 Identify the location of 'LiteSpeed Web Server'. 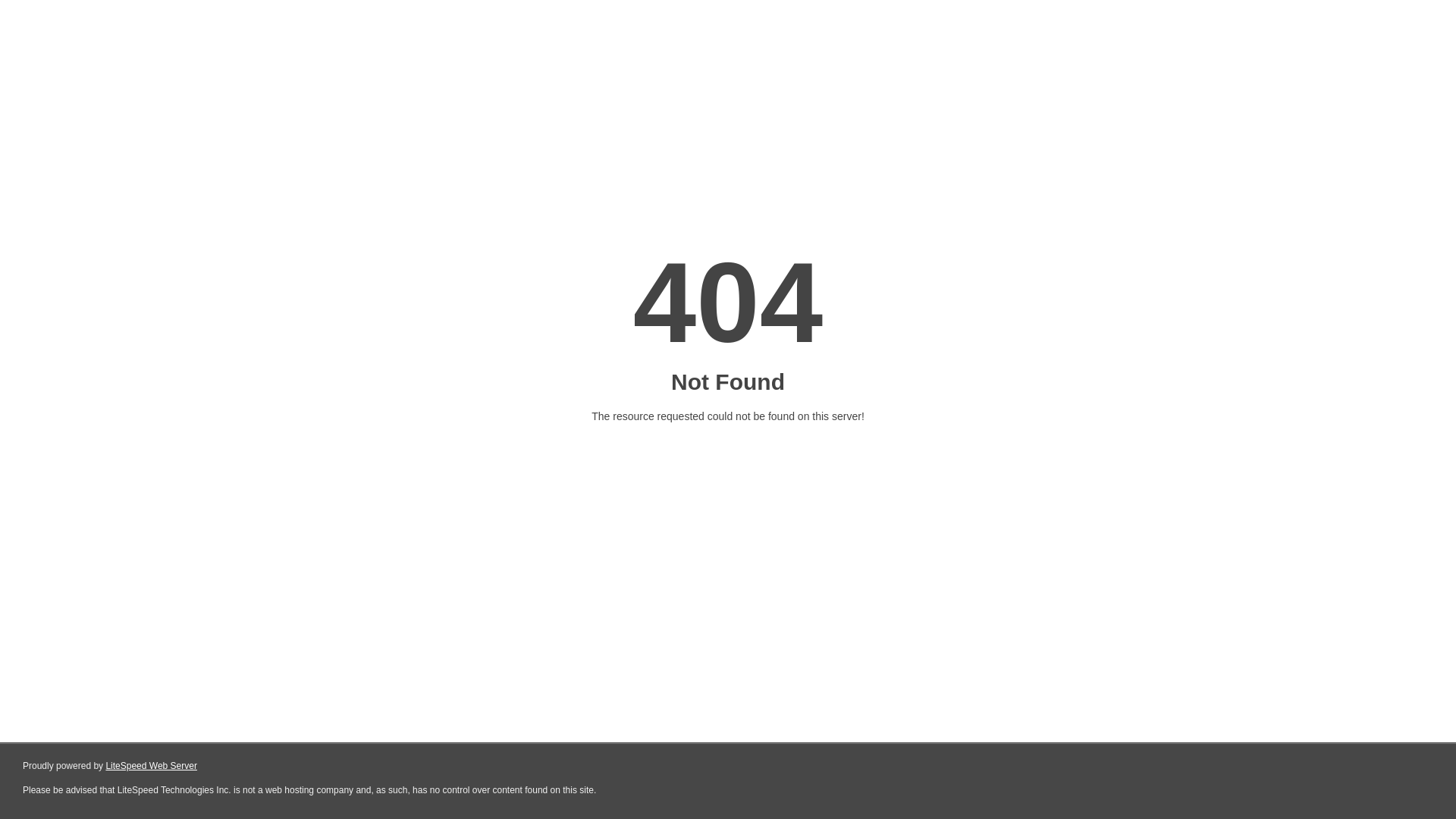
(151, 766).